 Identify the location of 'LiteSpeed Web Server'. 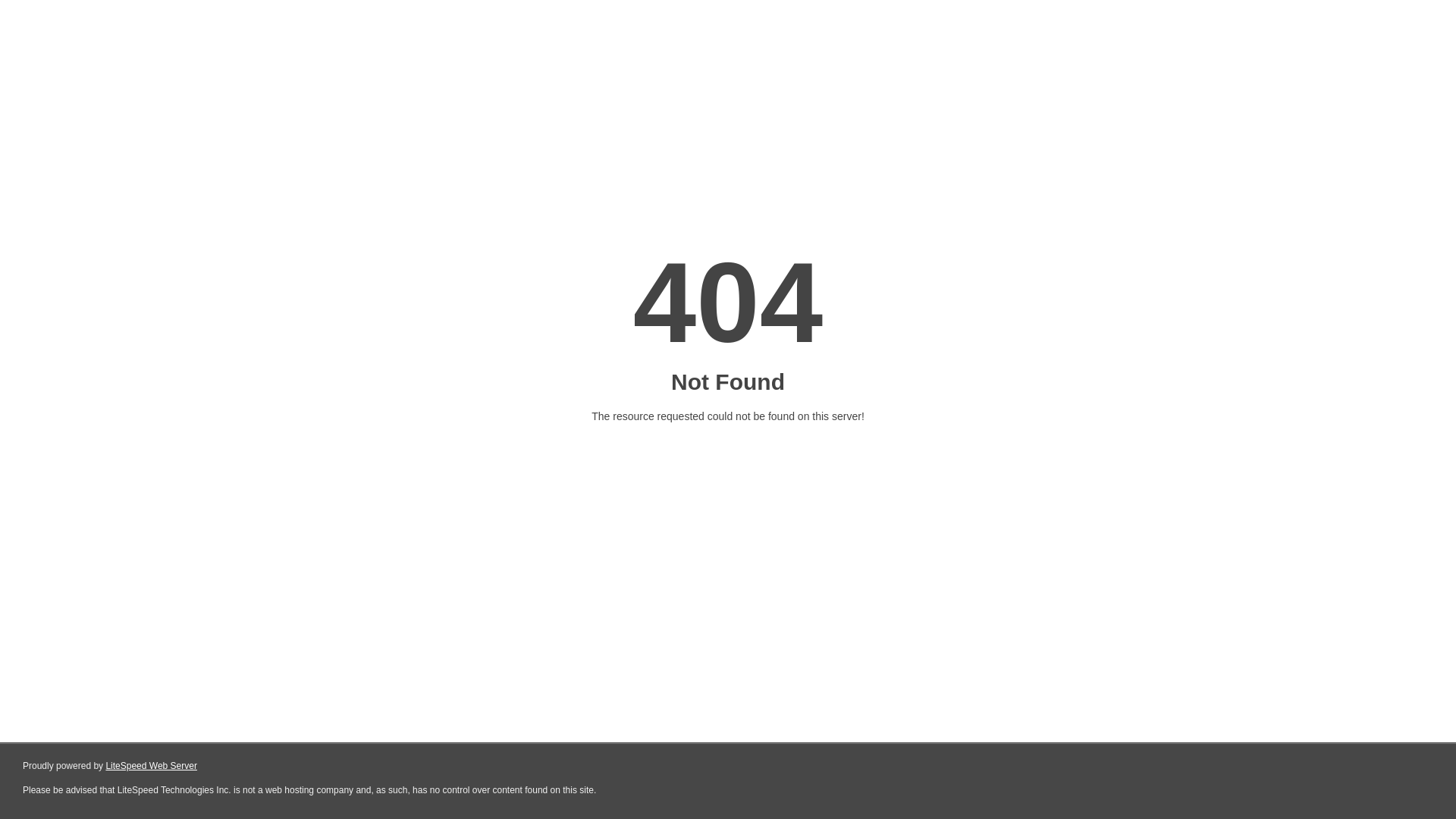
(151, 766).